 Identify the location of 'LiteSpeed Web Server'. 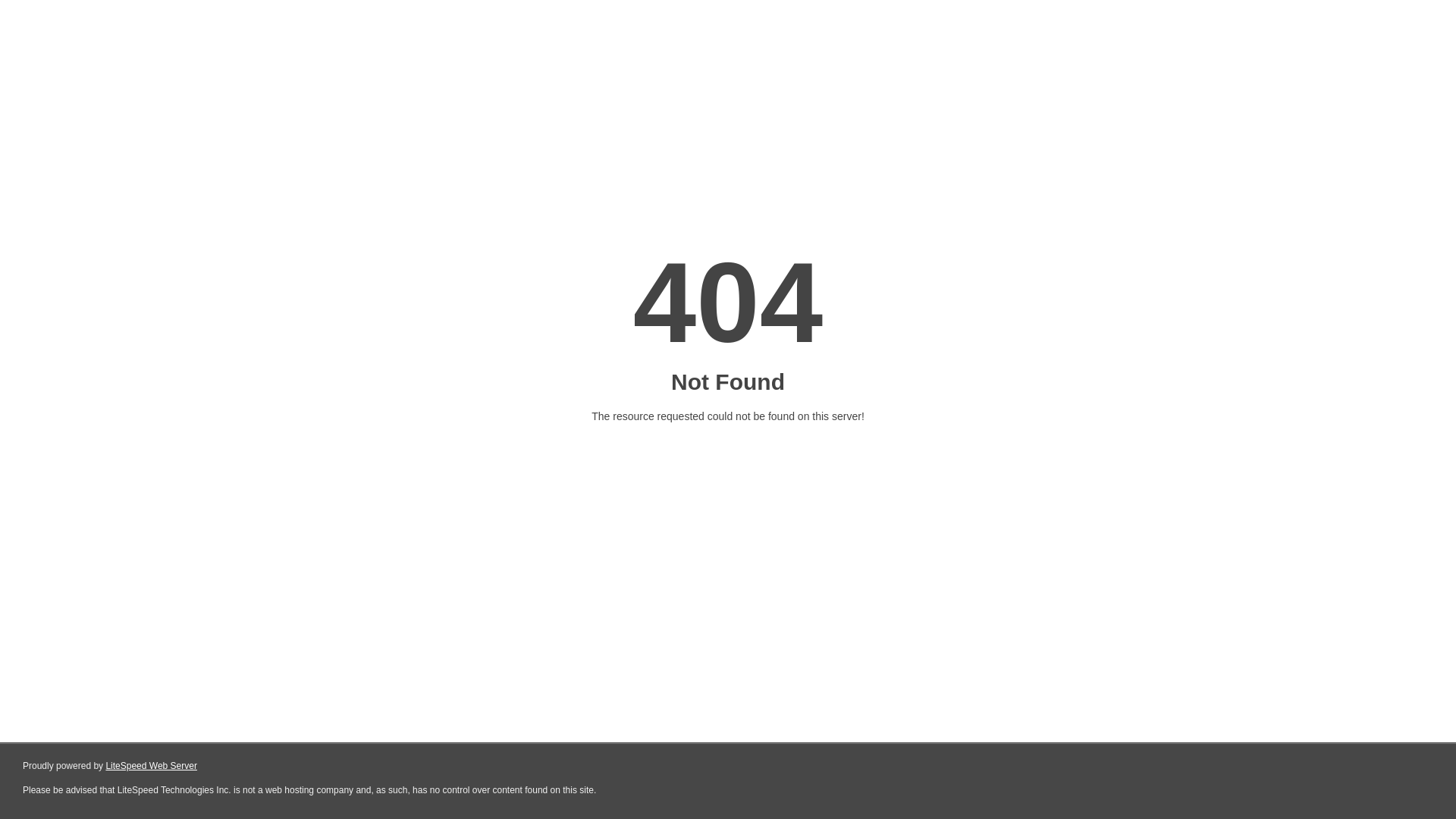
(151, 766).